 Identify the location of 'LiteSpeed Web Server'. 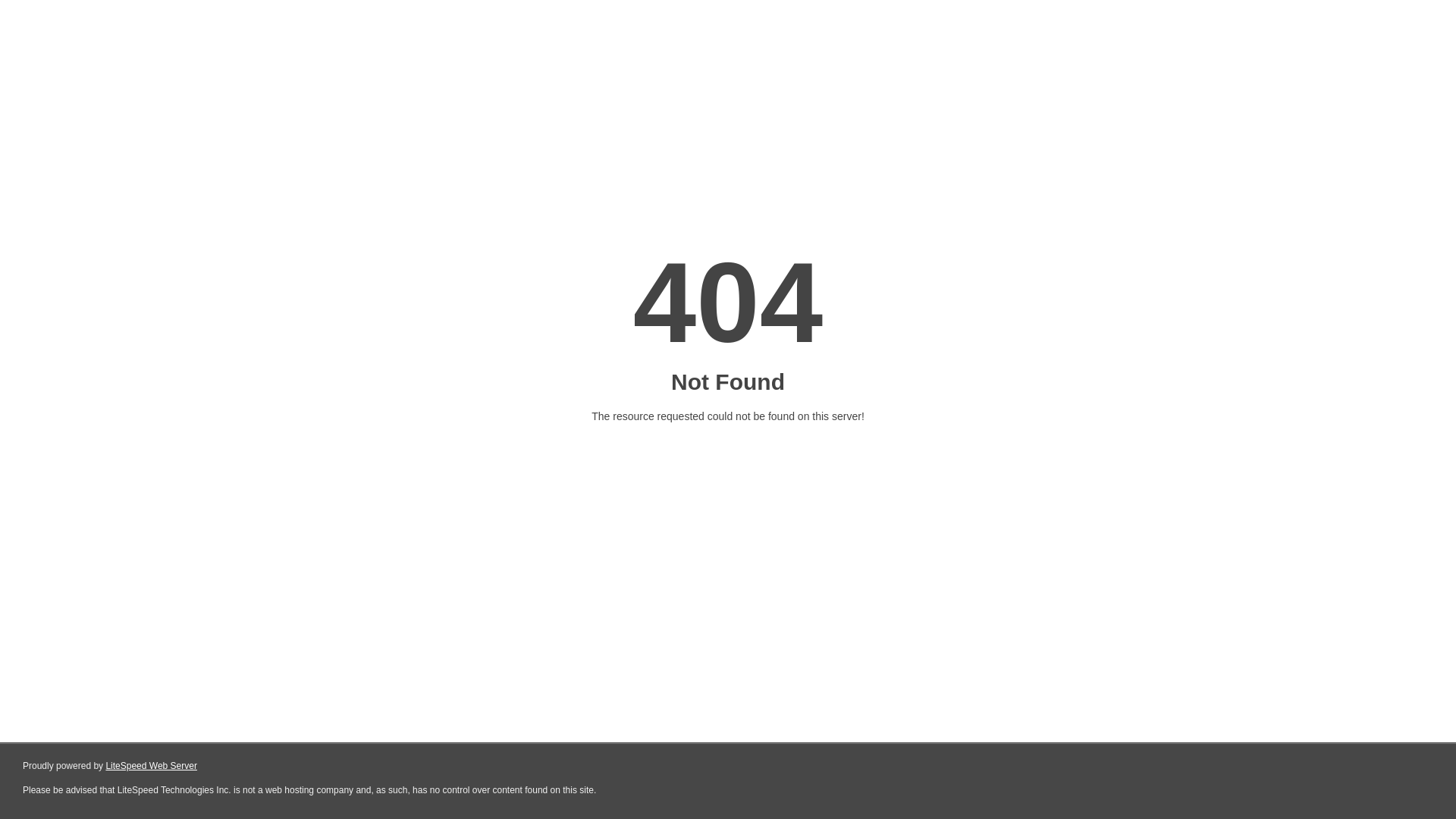
(151, 766).